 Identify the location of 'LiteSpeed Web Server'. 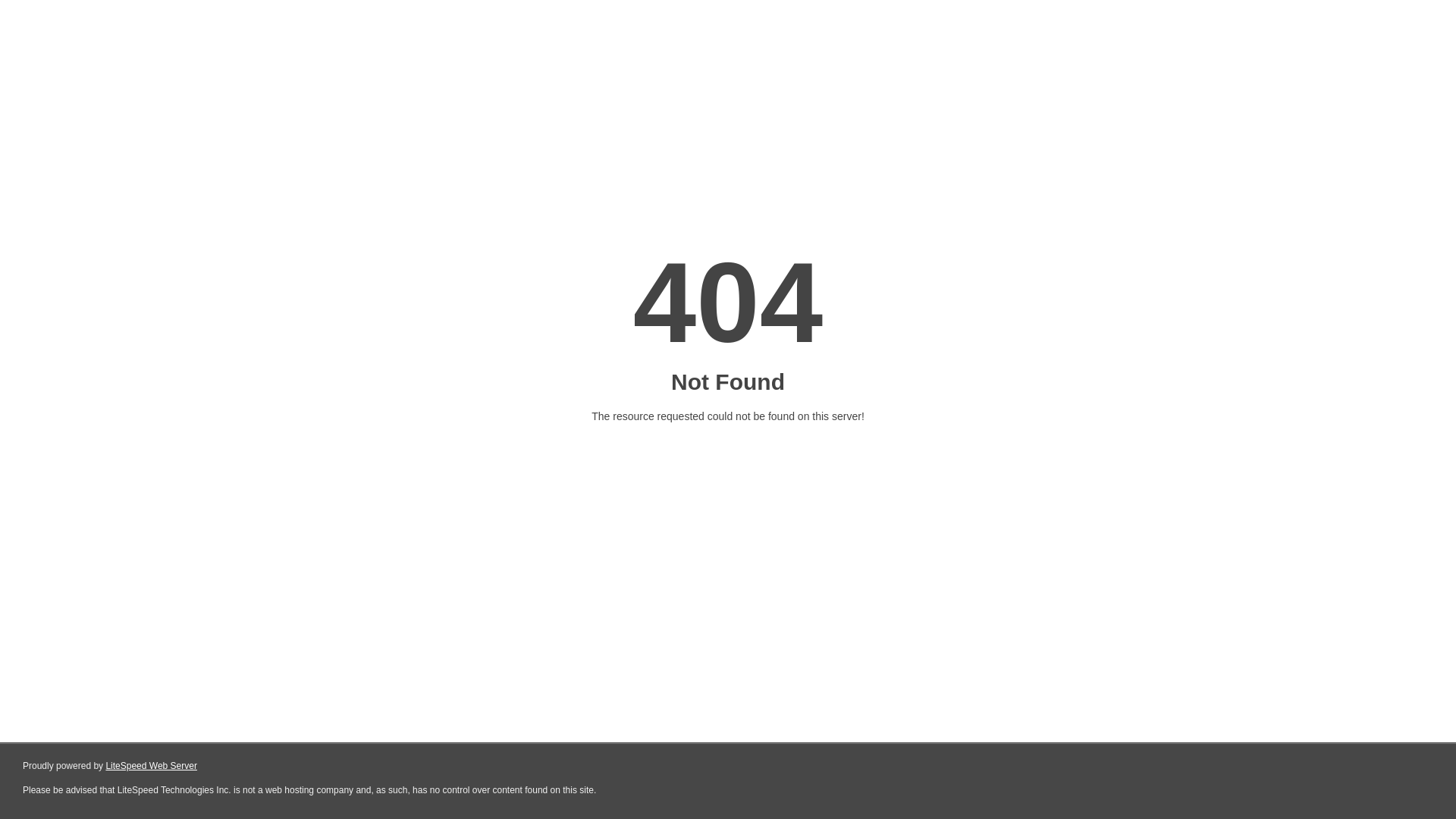
(151, 766).